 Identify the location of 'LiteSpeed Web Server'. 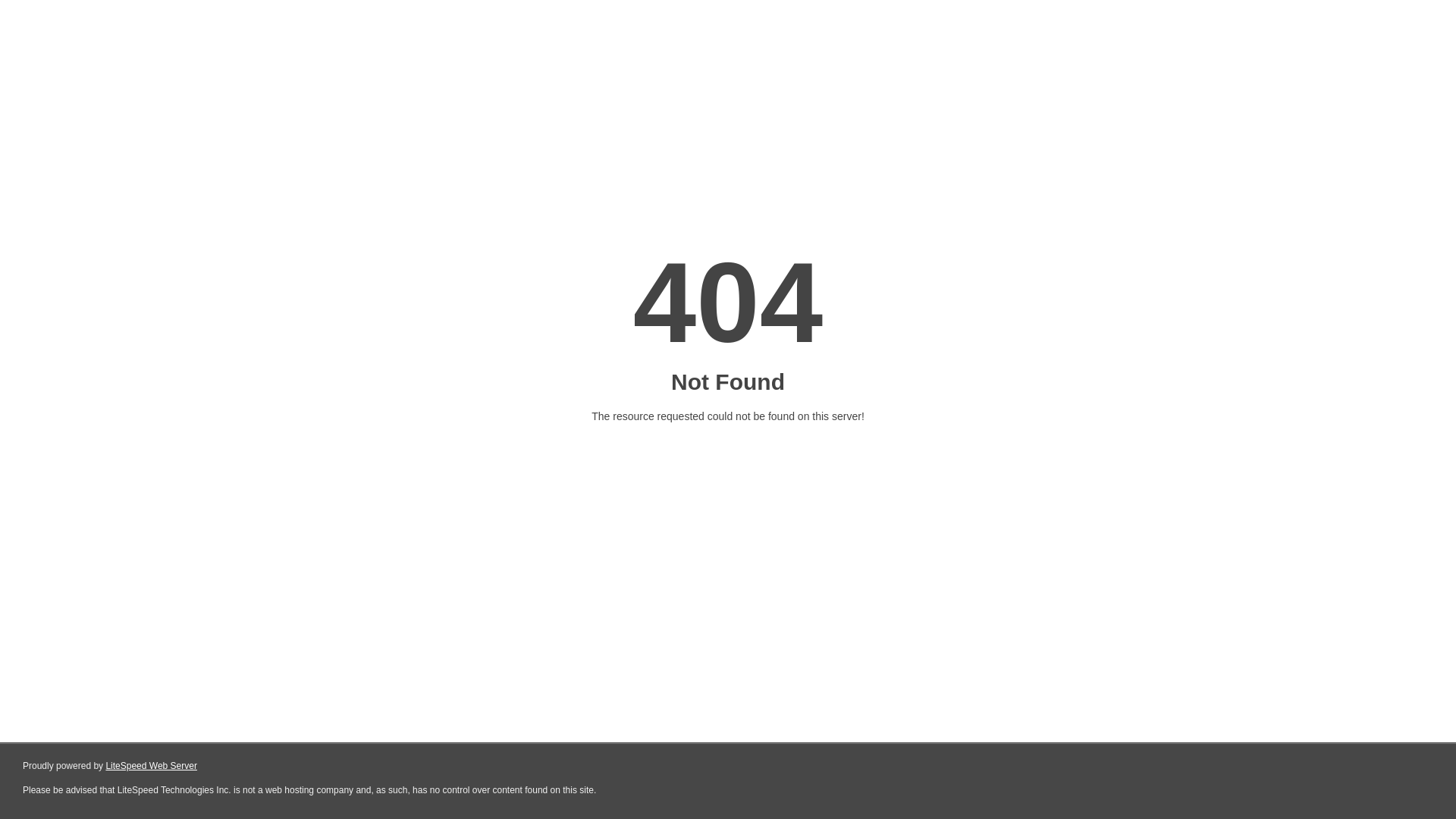
(151, 766).